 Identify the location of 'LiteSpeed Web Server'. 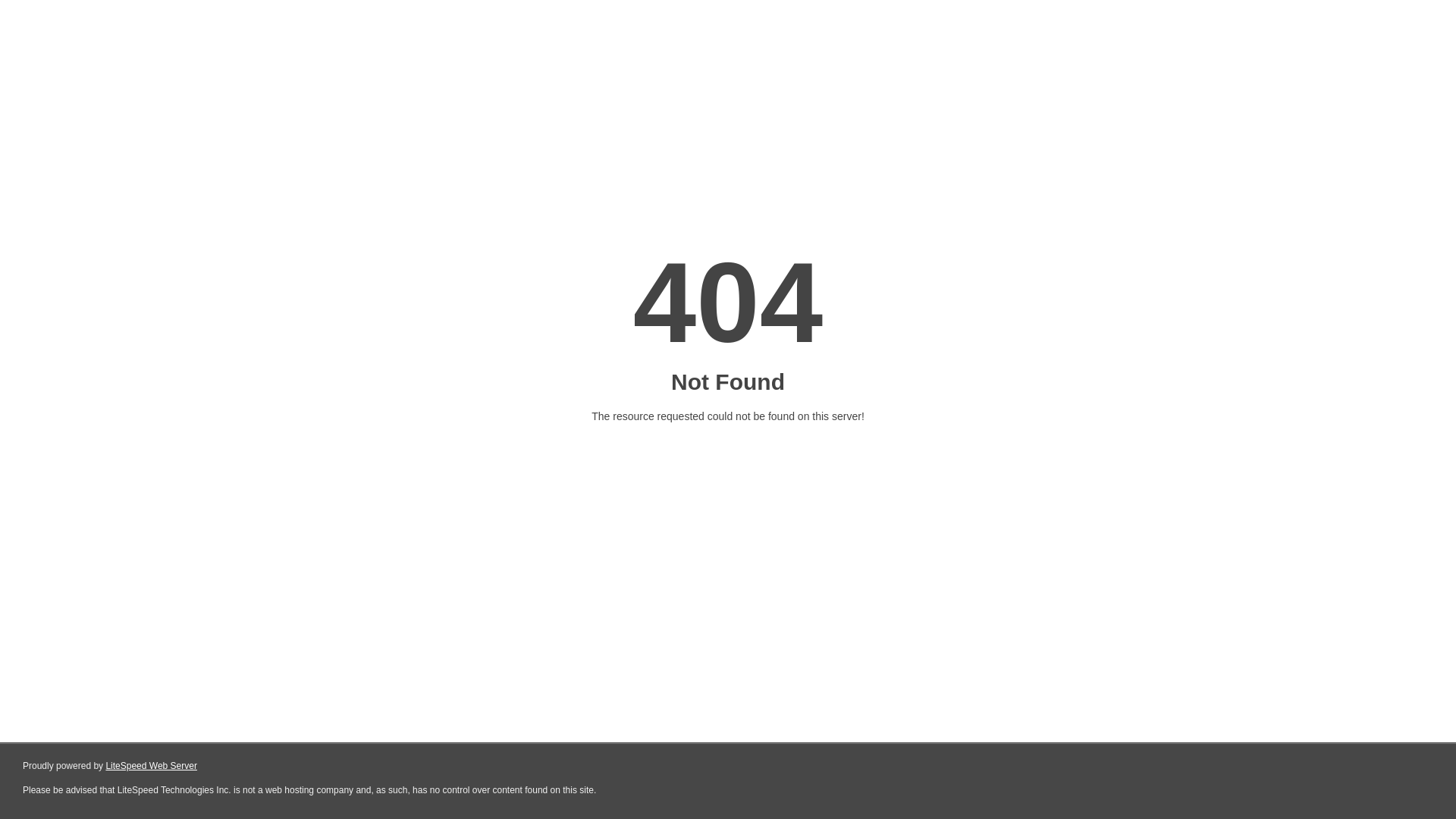
(151, 766).